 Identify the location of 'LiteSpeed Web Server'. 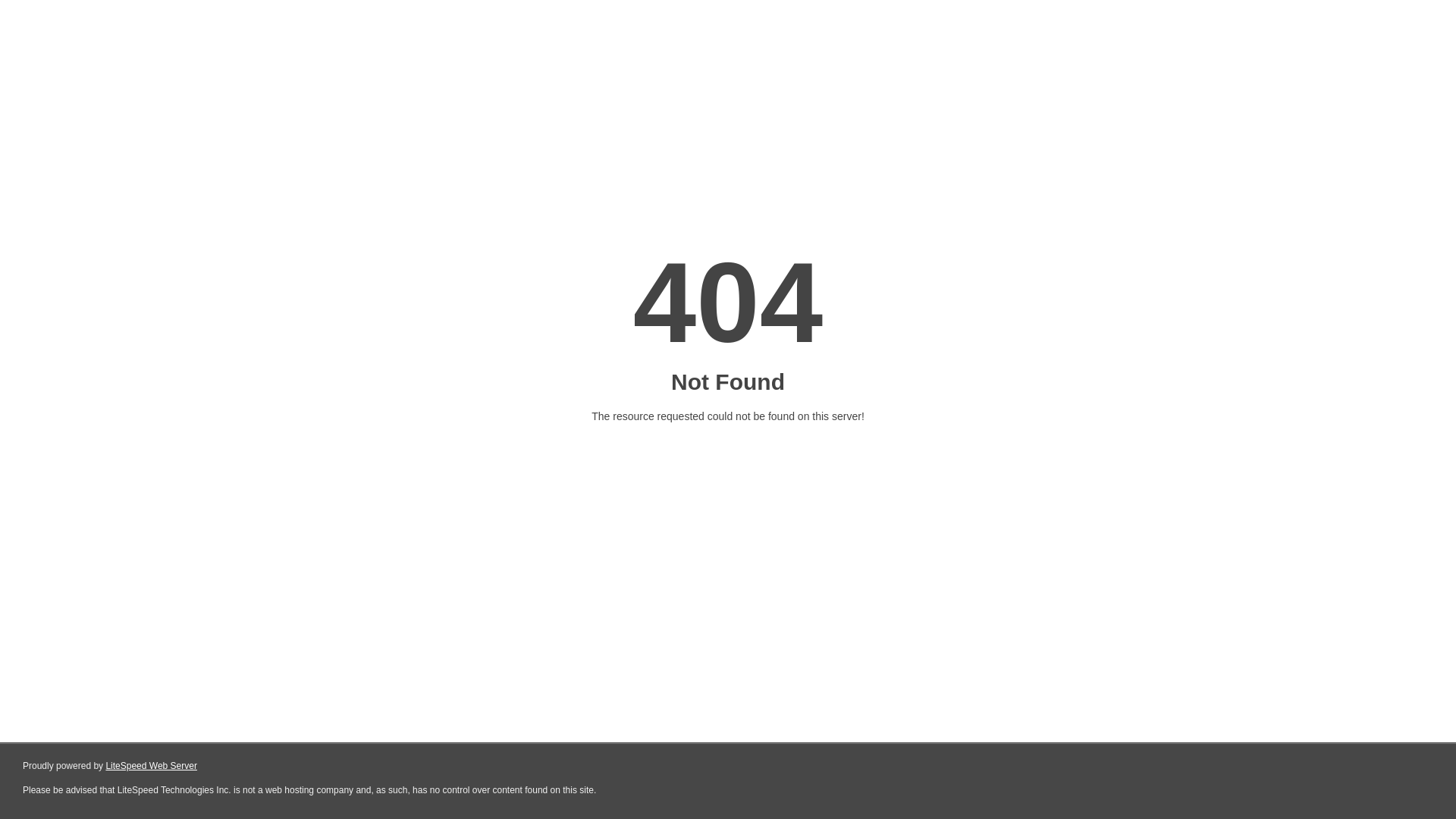
(151, 766).